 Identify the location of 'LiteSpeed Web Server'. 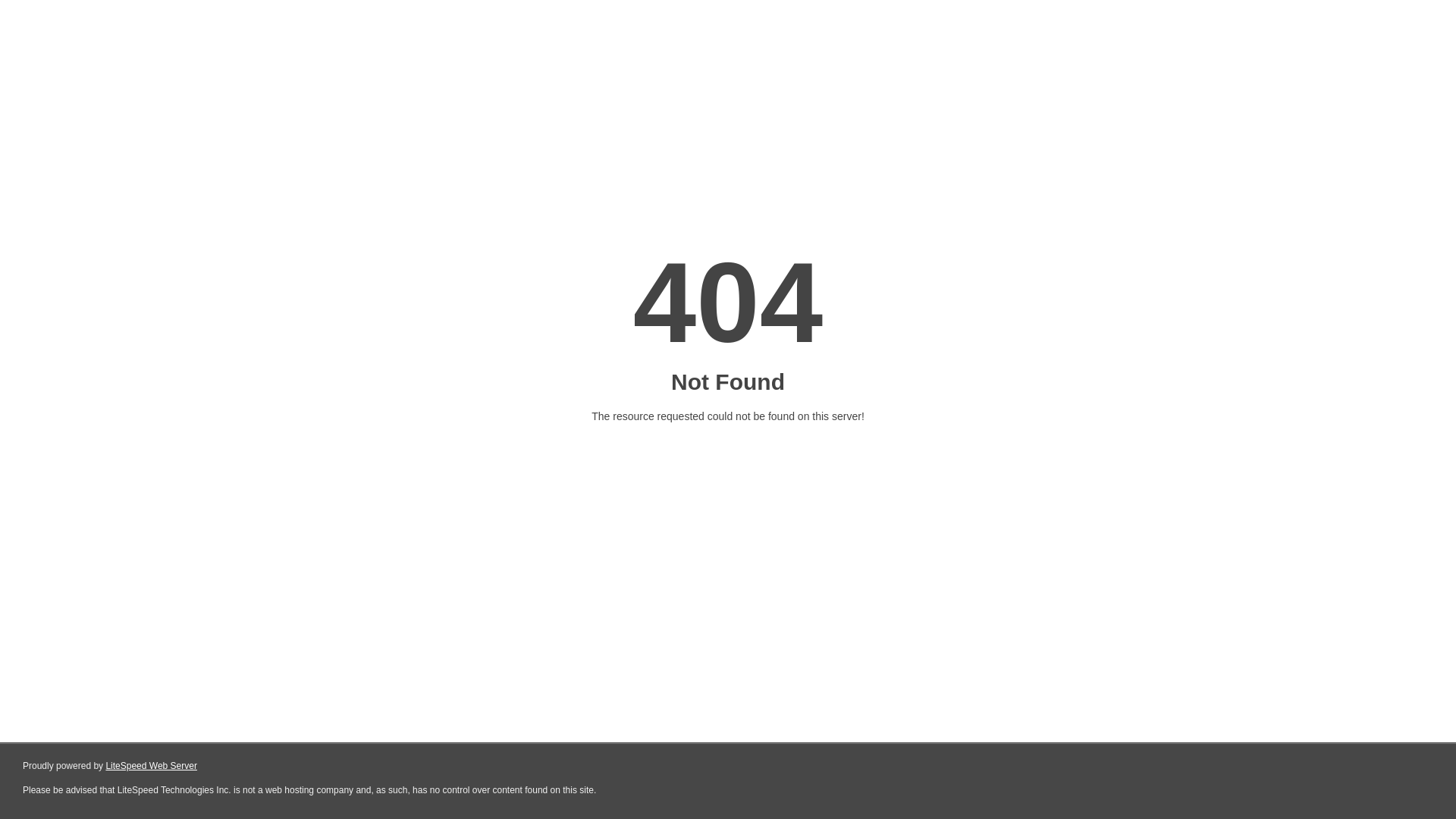
(151, 766).